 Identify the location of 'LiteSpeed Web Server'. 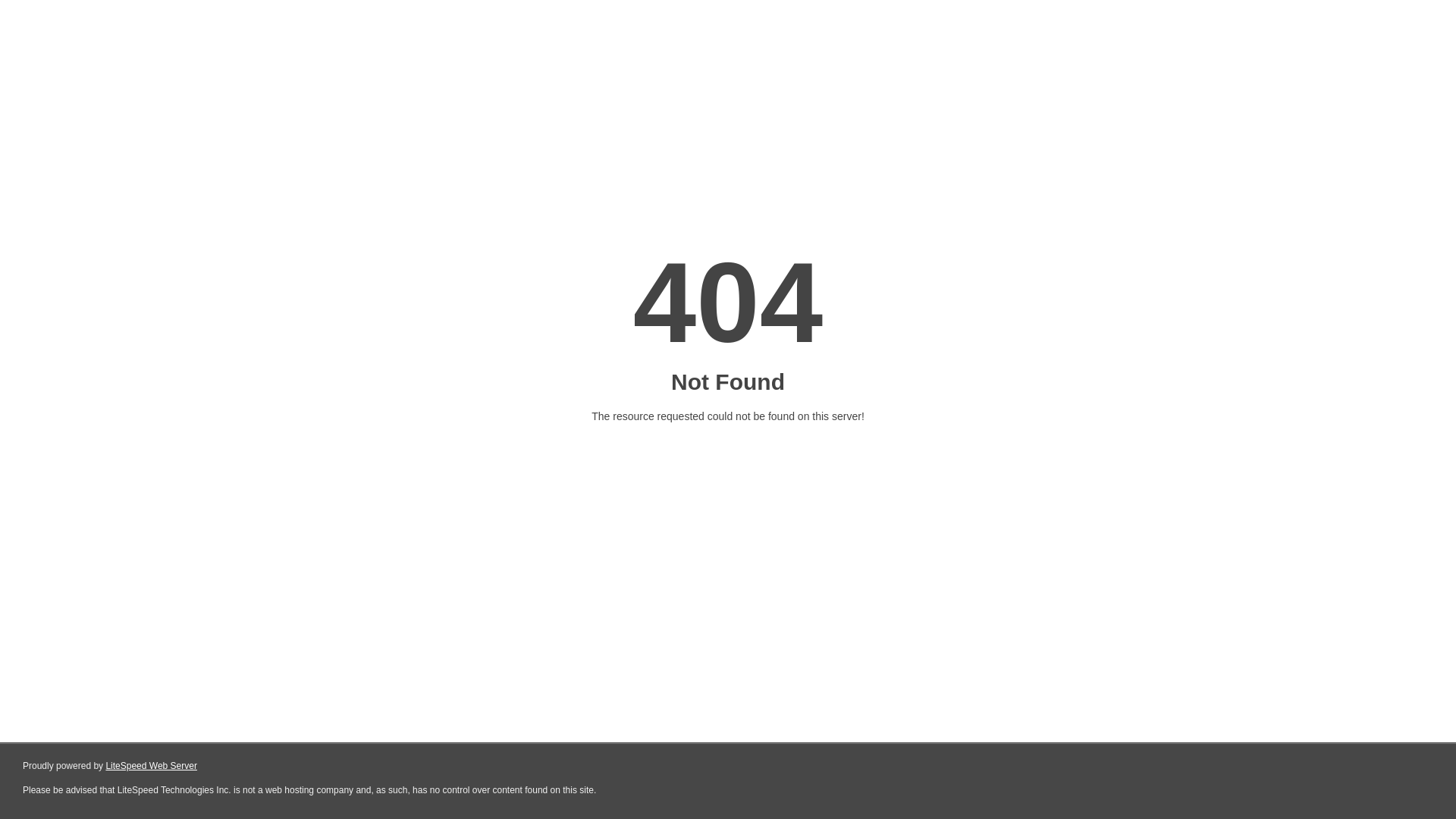
(151, 766).